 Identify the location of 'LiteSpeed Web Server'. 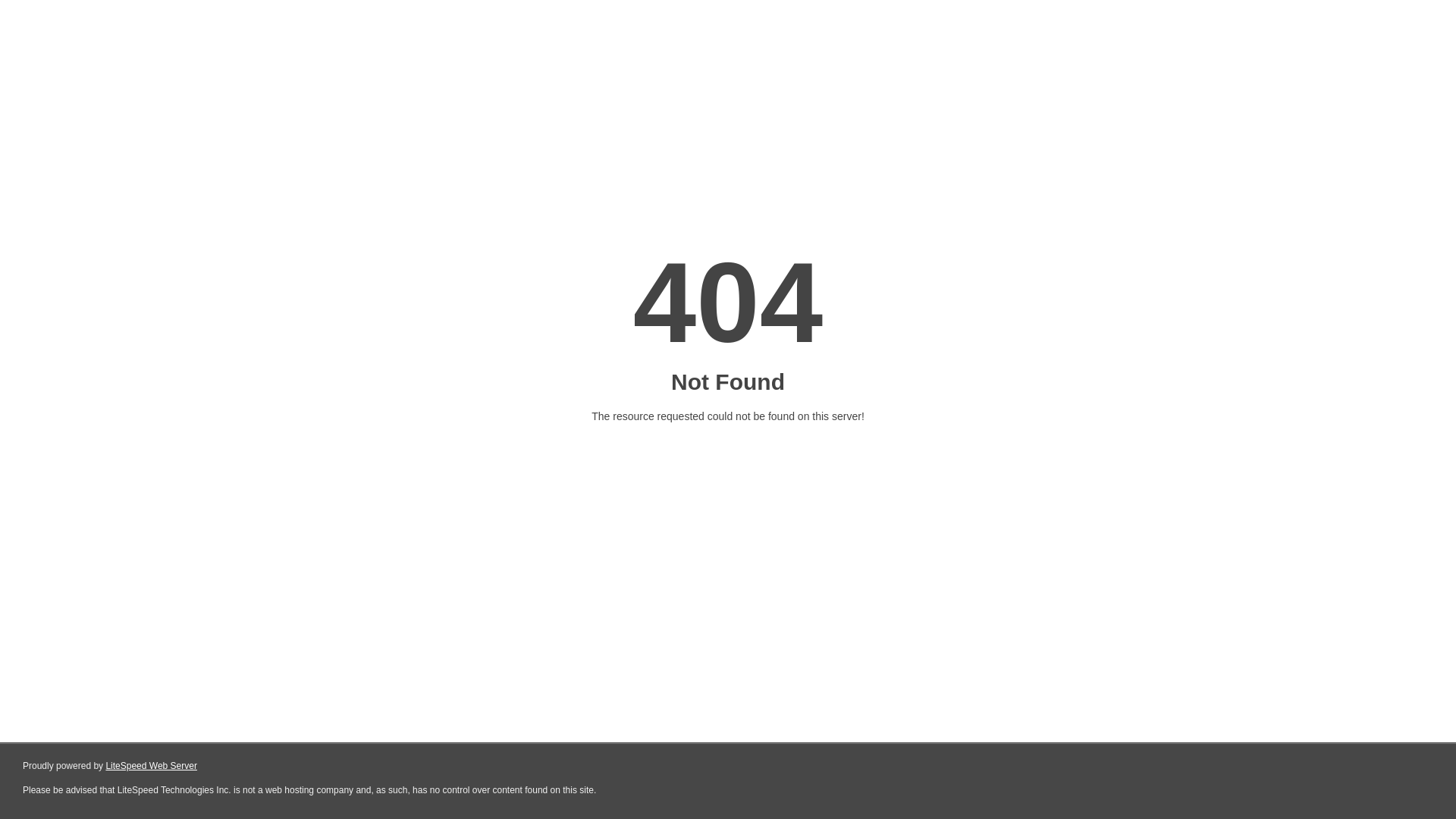
(151, 766).